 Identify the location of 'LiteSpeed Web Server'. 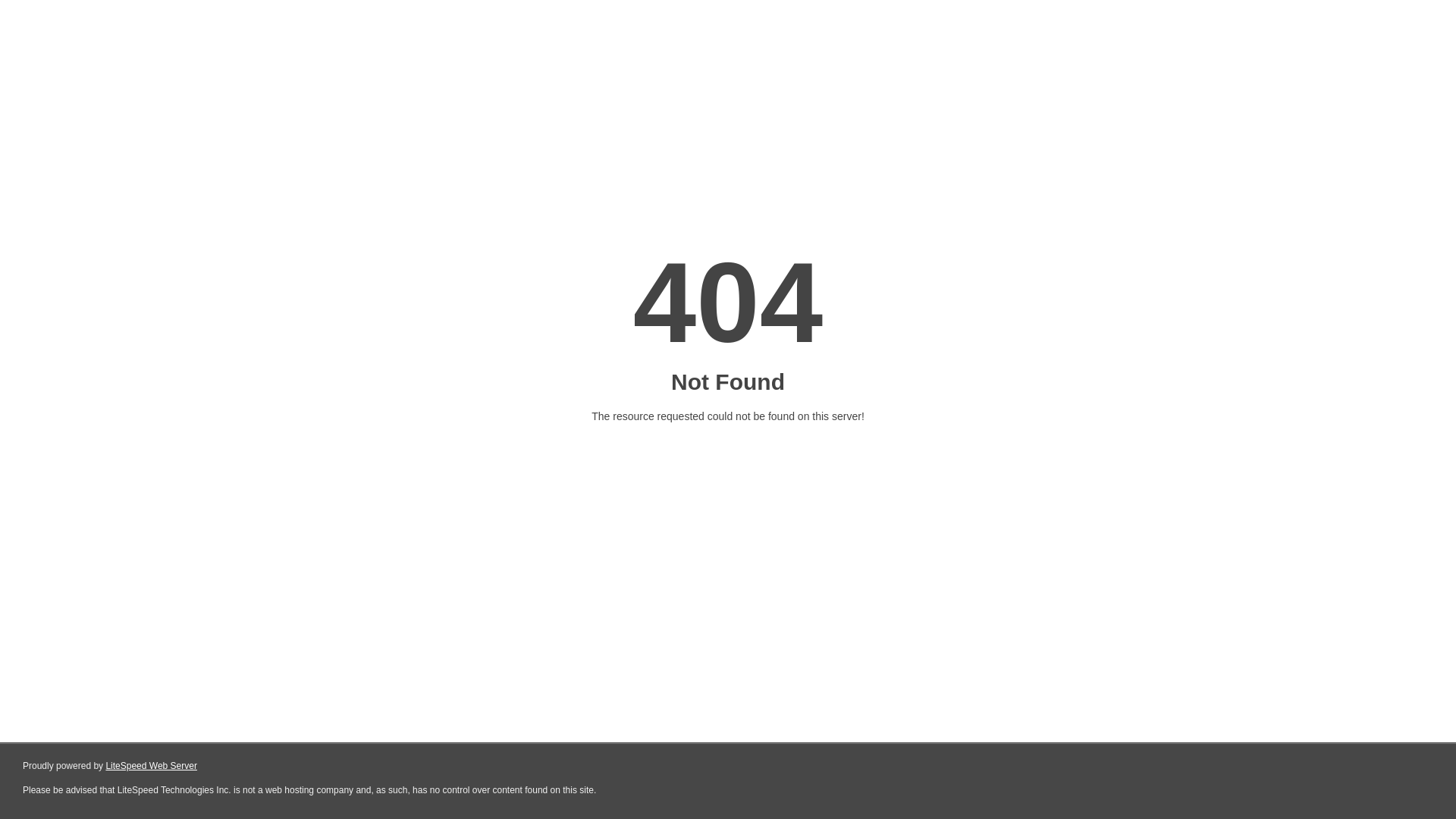
(151, 766).